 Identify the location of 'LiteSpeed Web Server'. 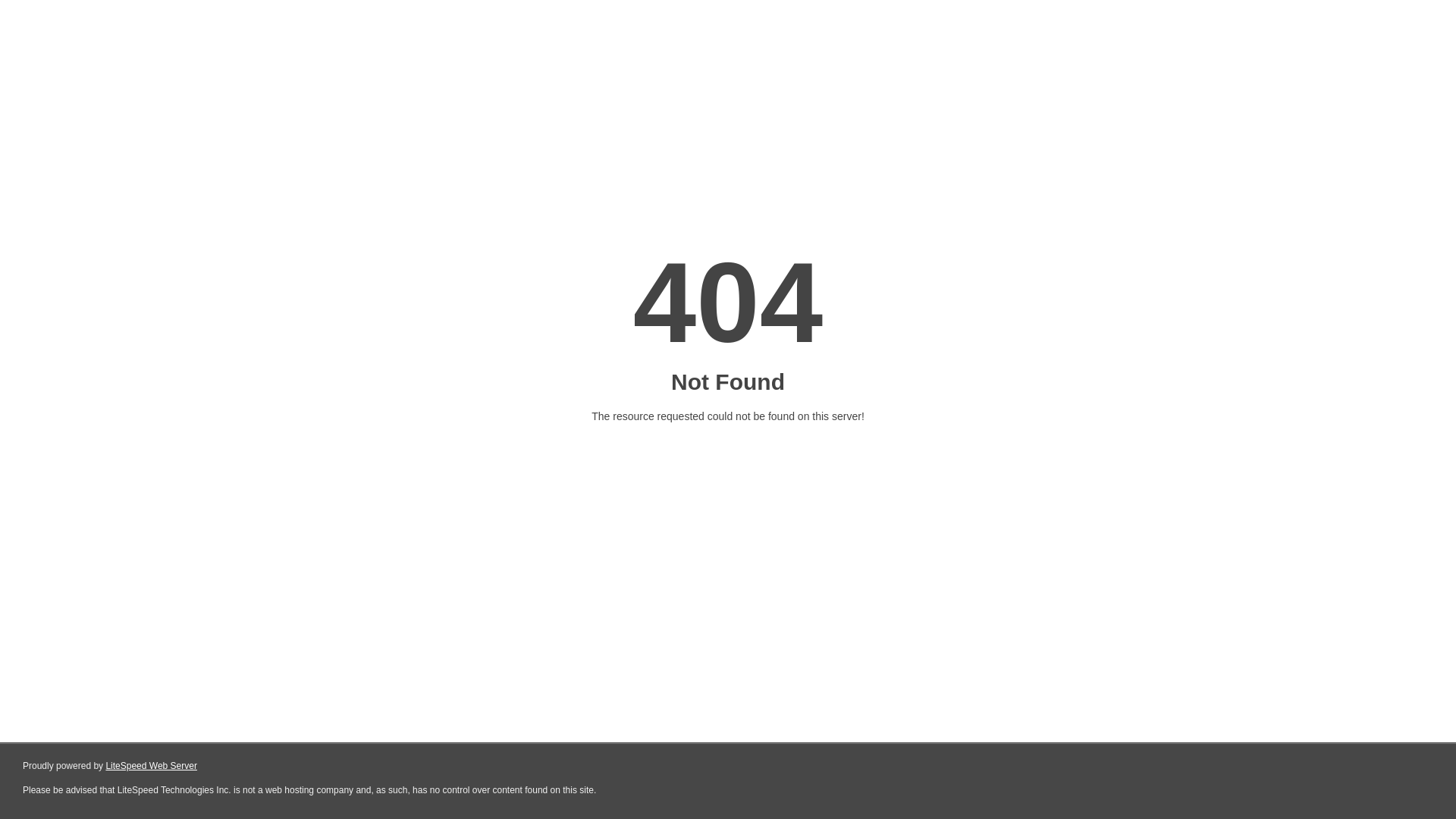
(151, 766).